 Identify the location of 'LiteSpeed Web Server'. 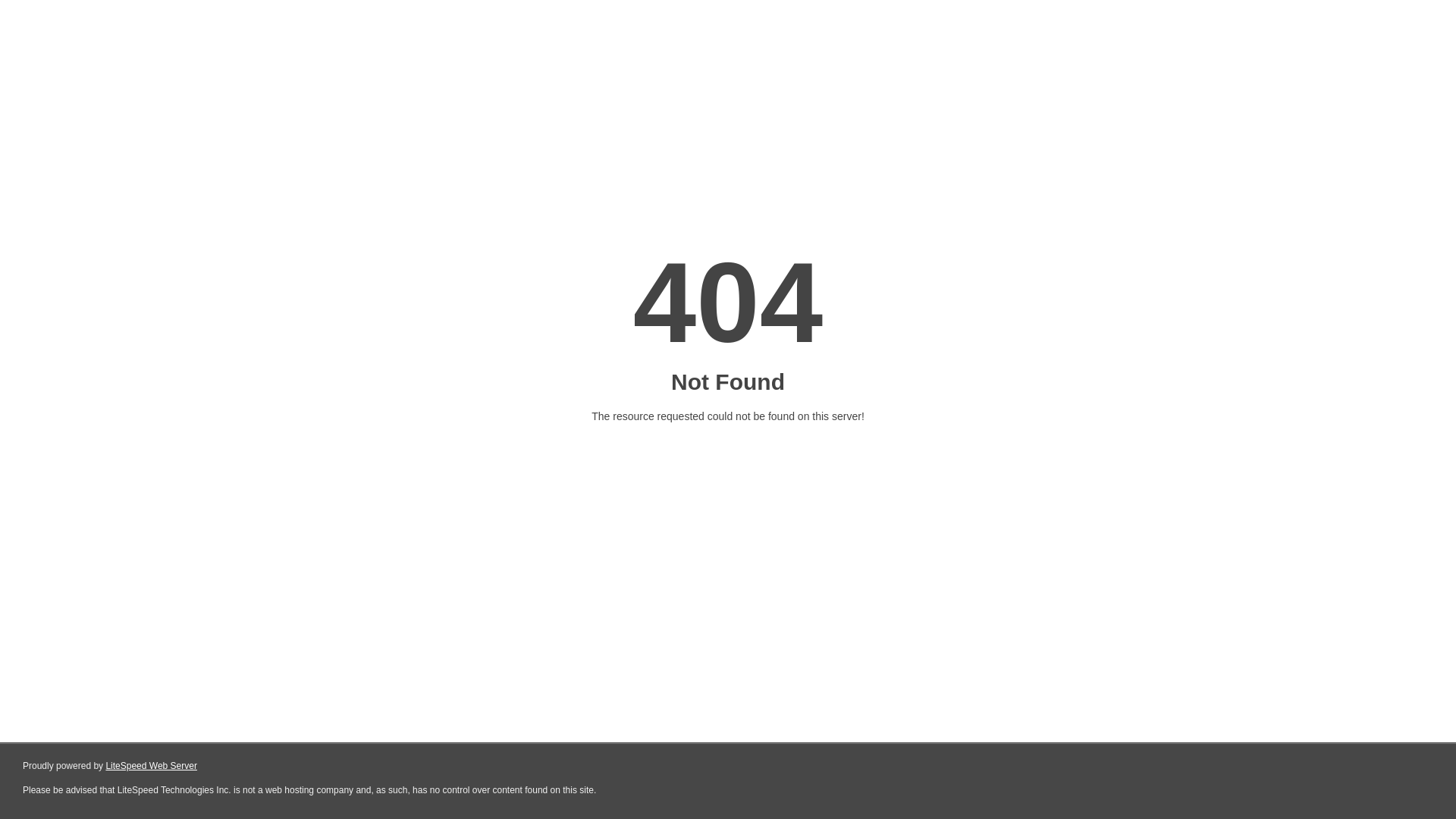
(151, 766).